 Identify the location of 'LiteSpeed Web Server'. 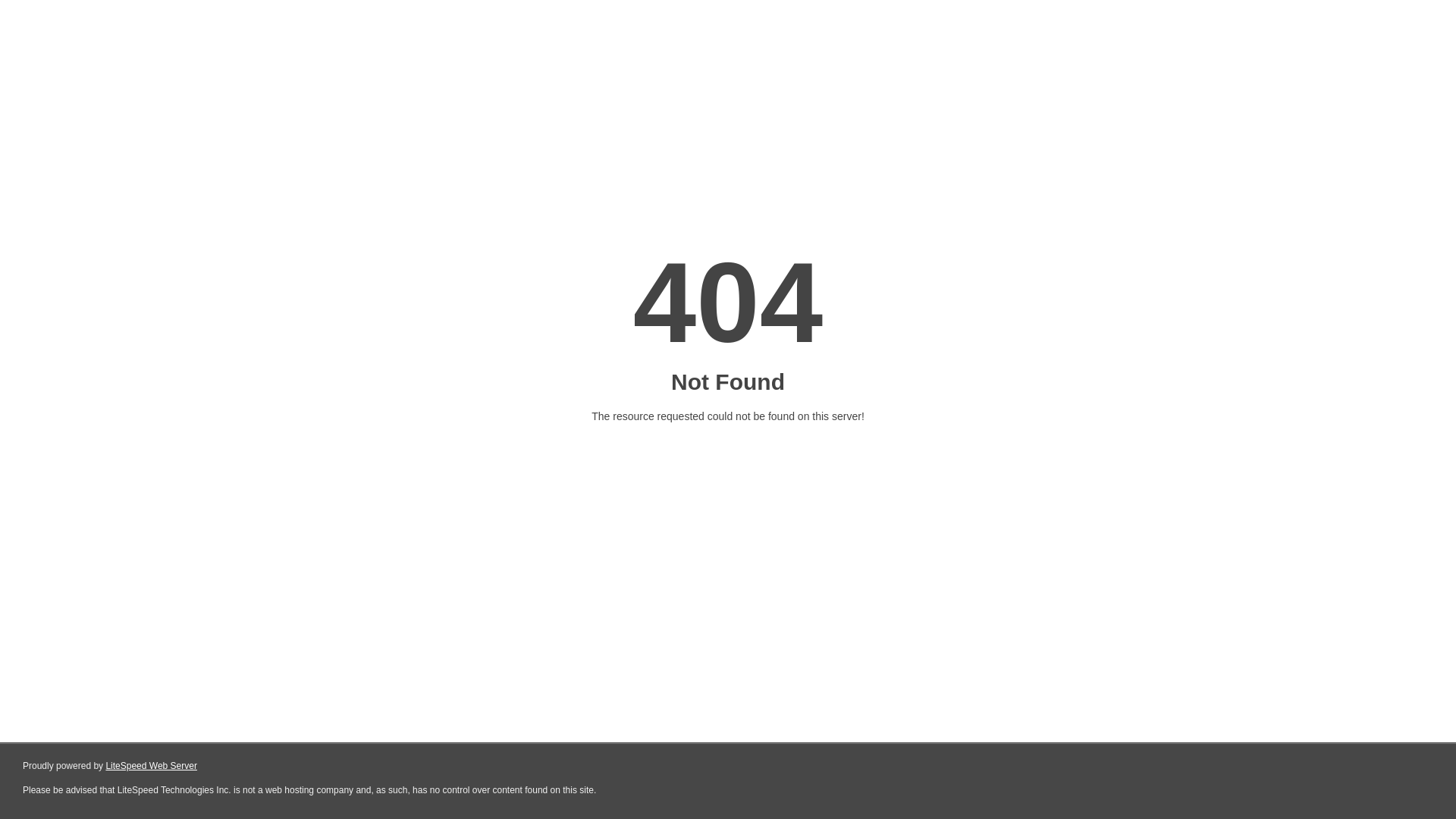
(151, 766).